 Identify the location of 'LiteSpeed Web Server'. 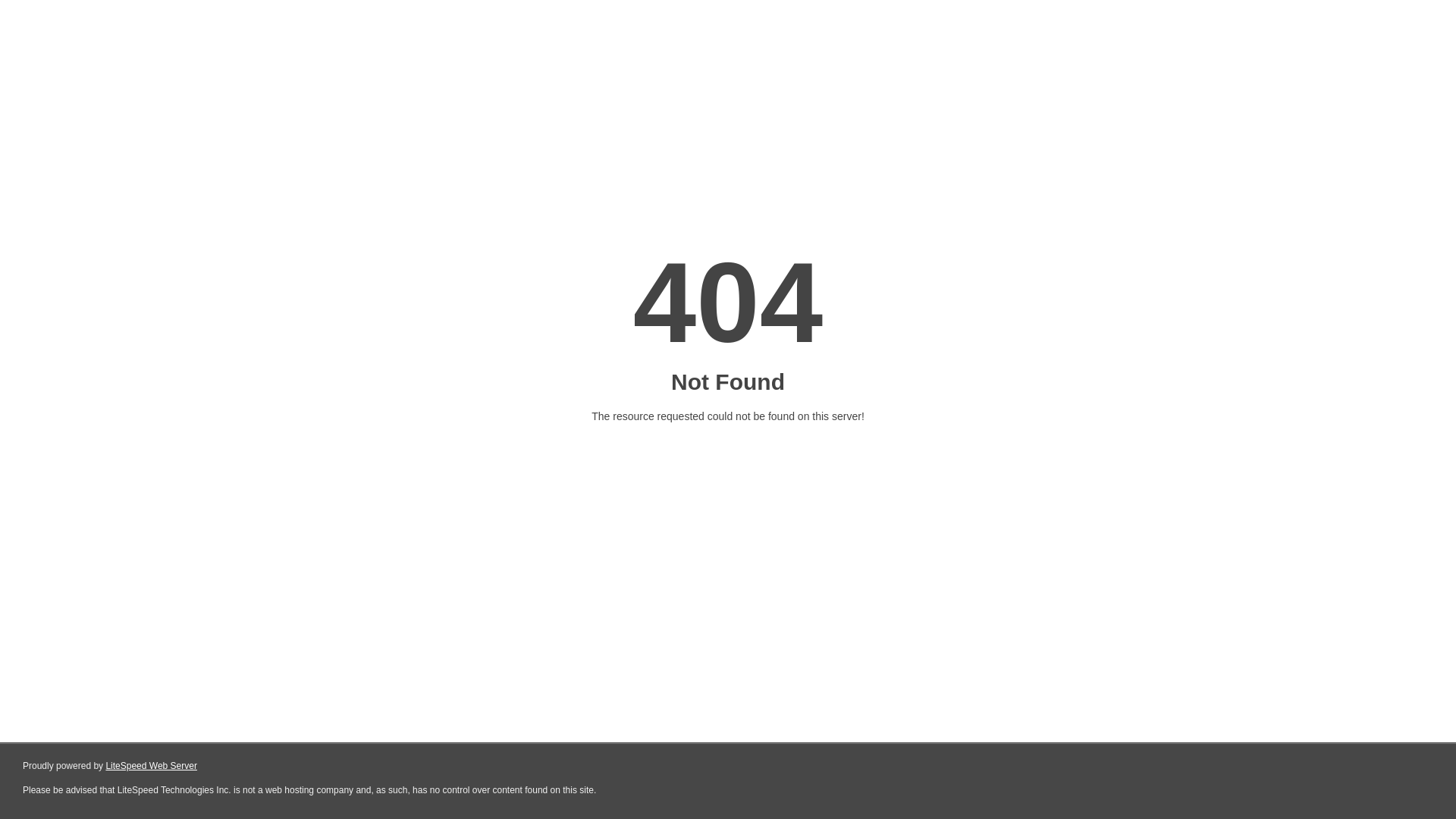
(151, 766).